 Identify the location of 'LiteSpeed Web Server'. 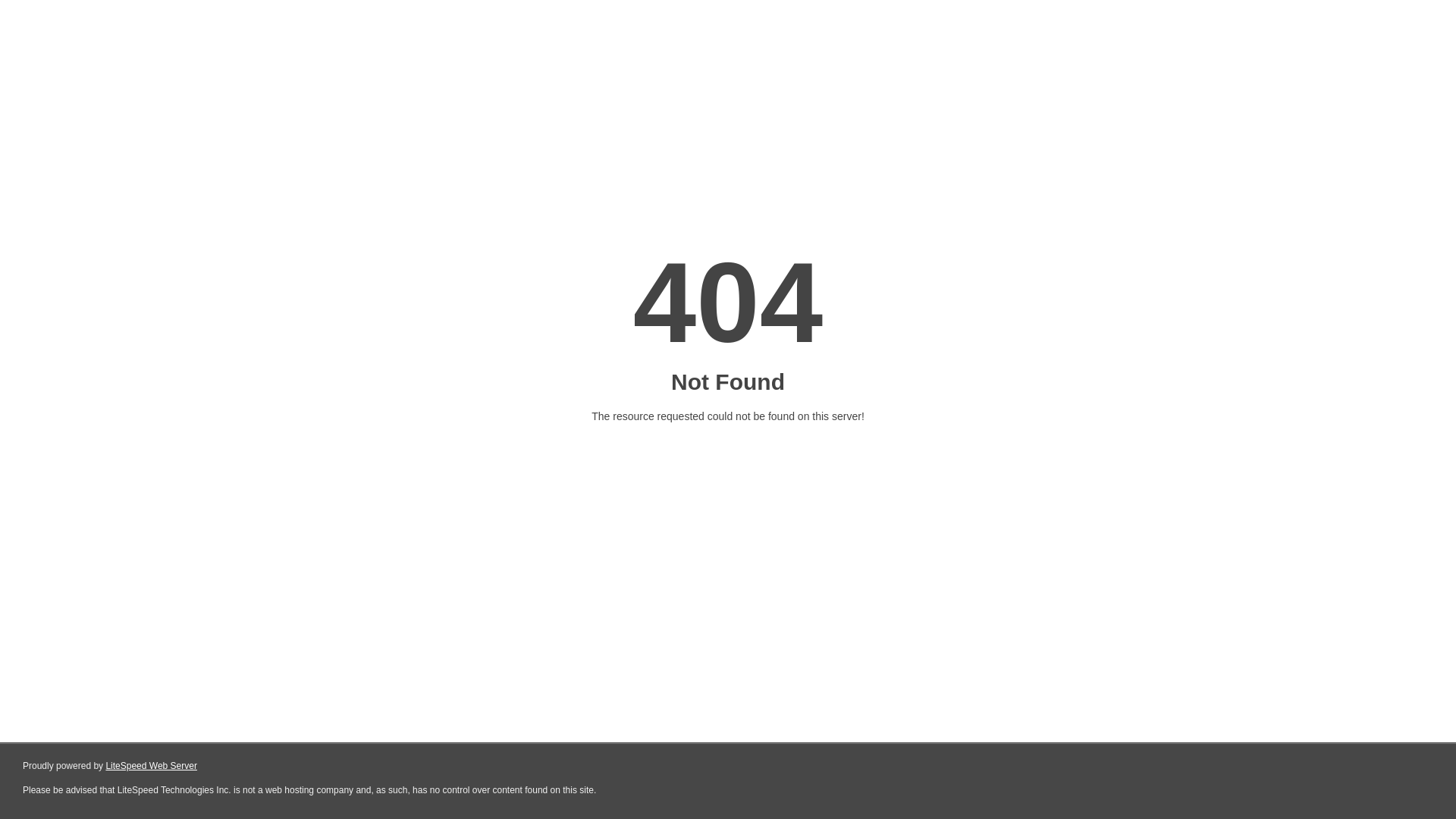
(151, 766).